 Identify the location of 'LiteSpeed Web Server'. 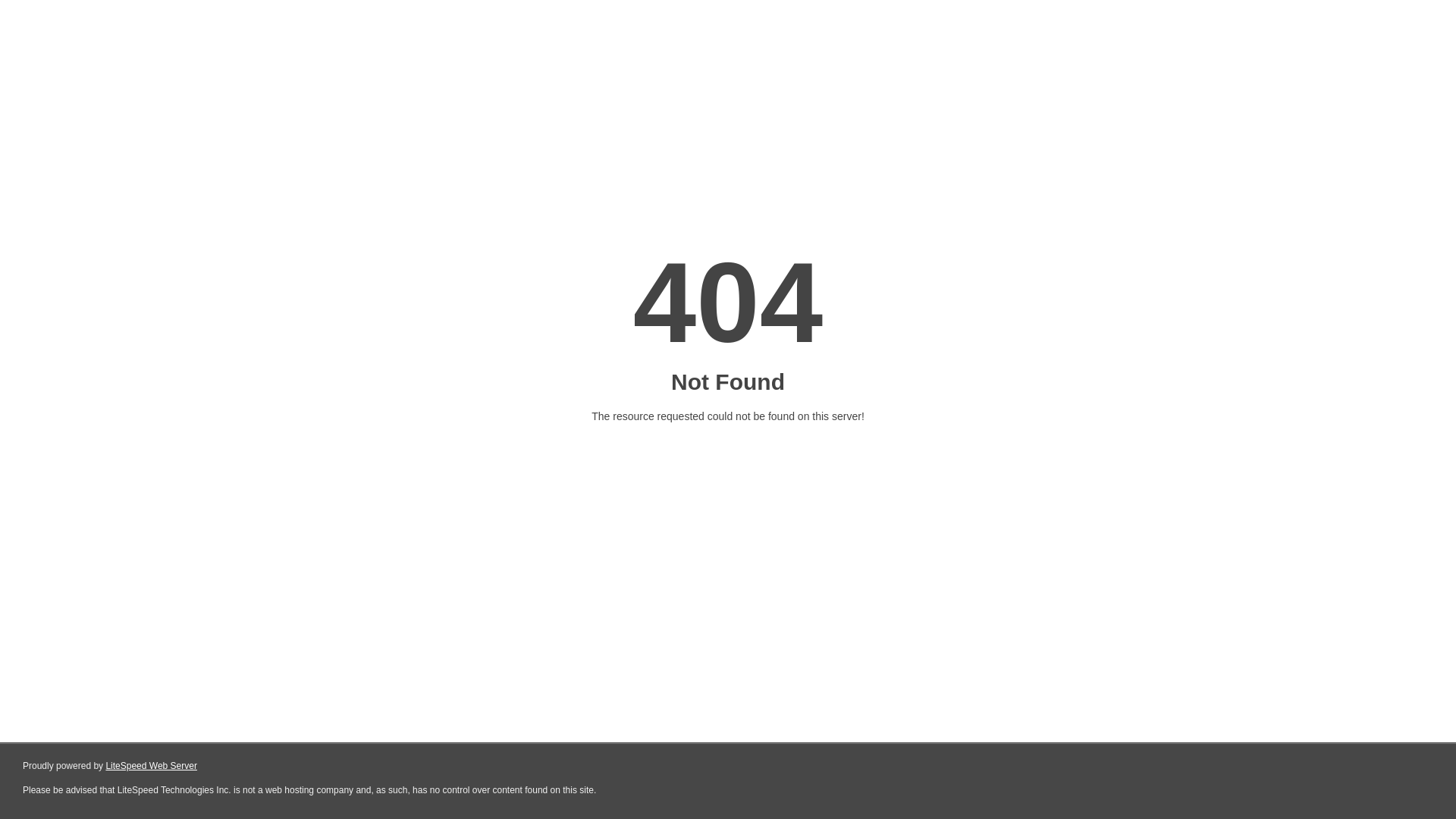
(151, 766).